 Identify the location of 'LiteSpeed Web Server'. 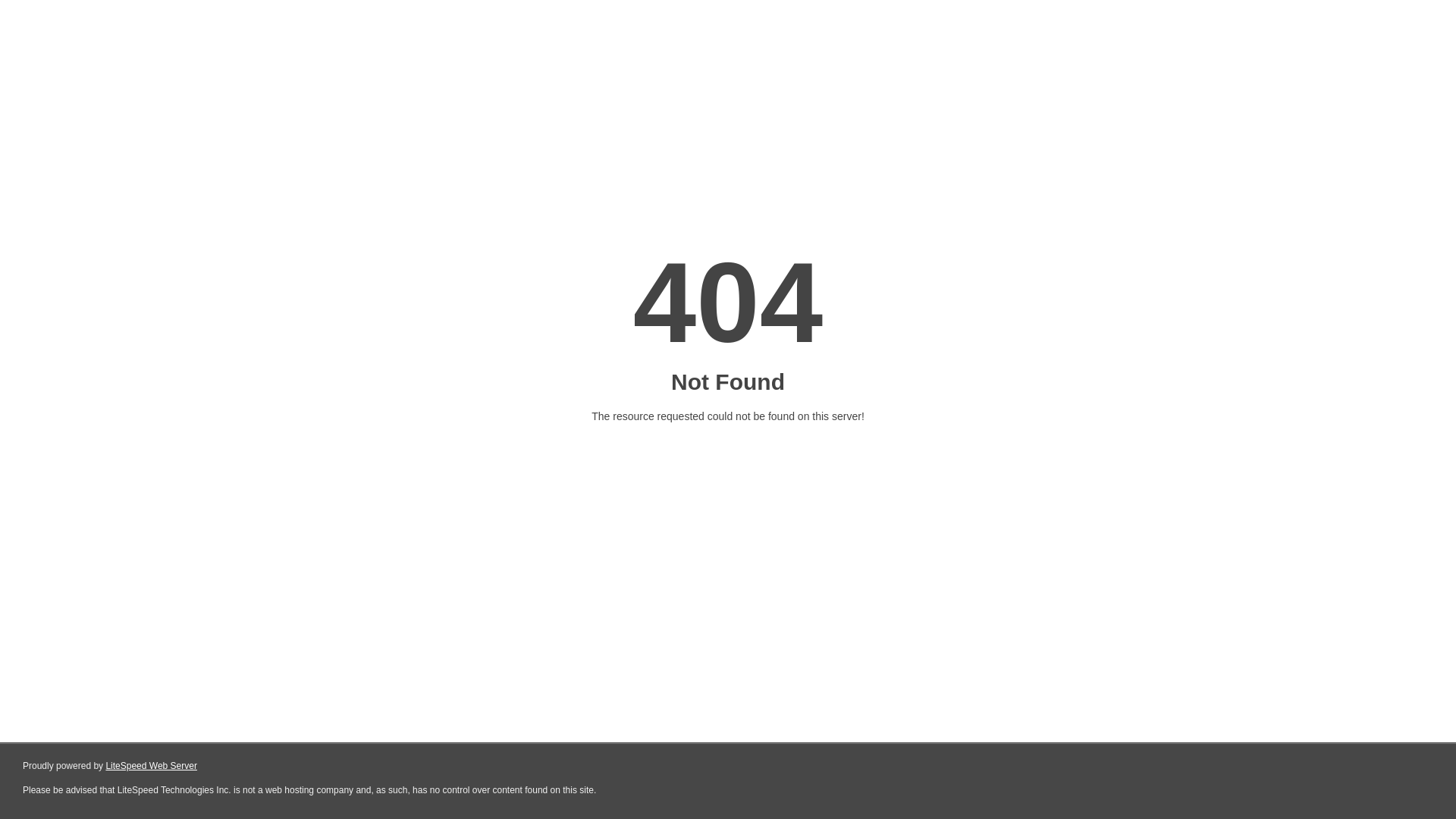
(151, 766).